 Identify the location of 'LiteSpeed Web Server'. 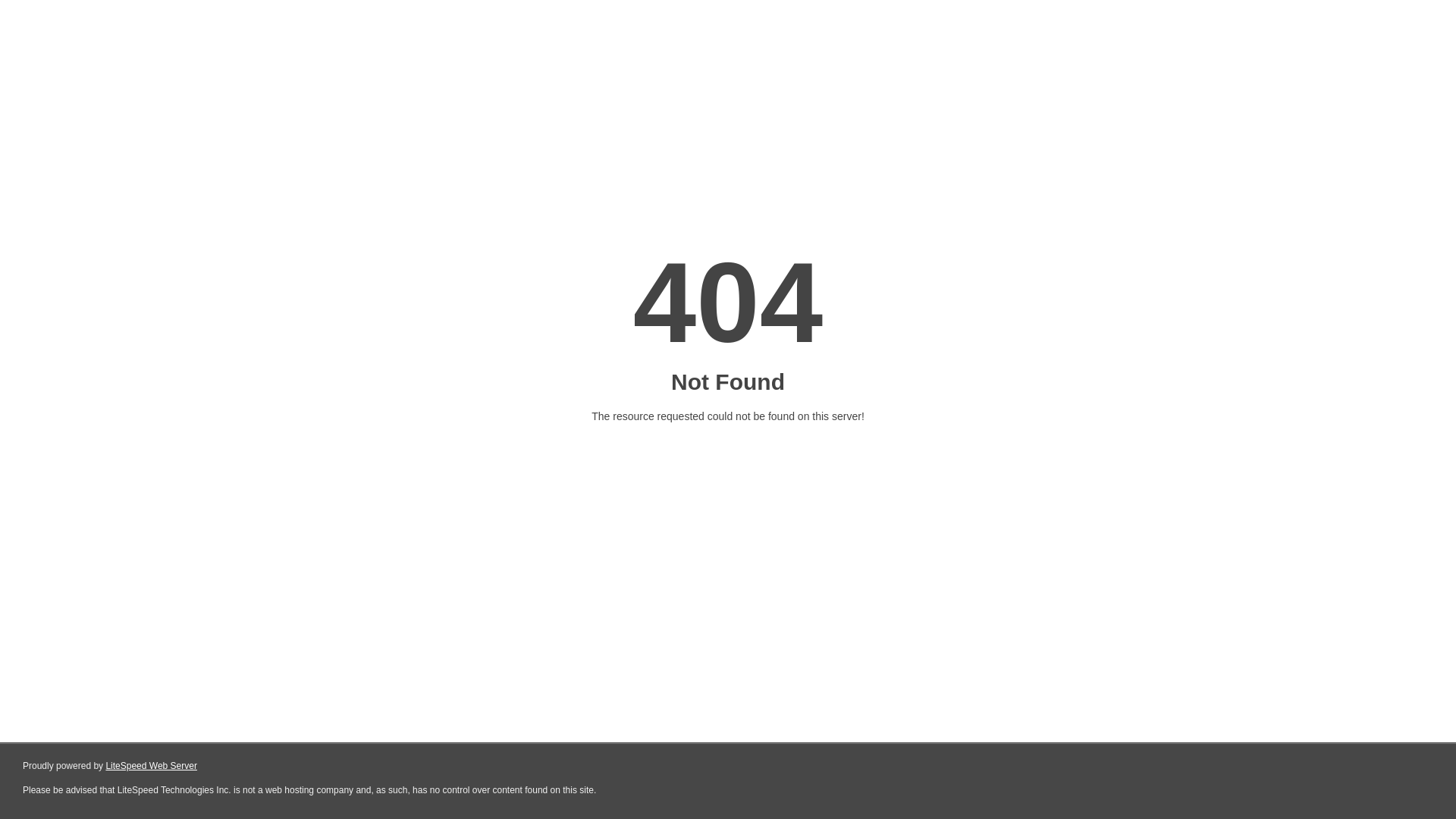
(151, 766).